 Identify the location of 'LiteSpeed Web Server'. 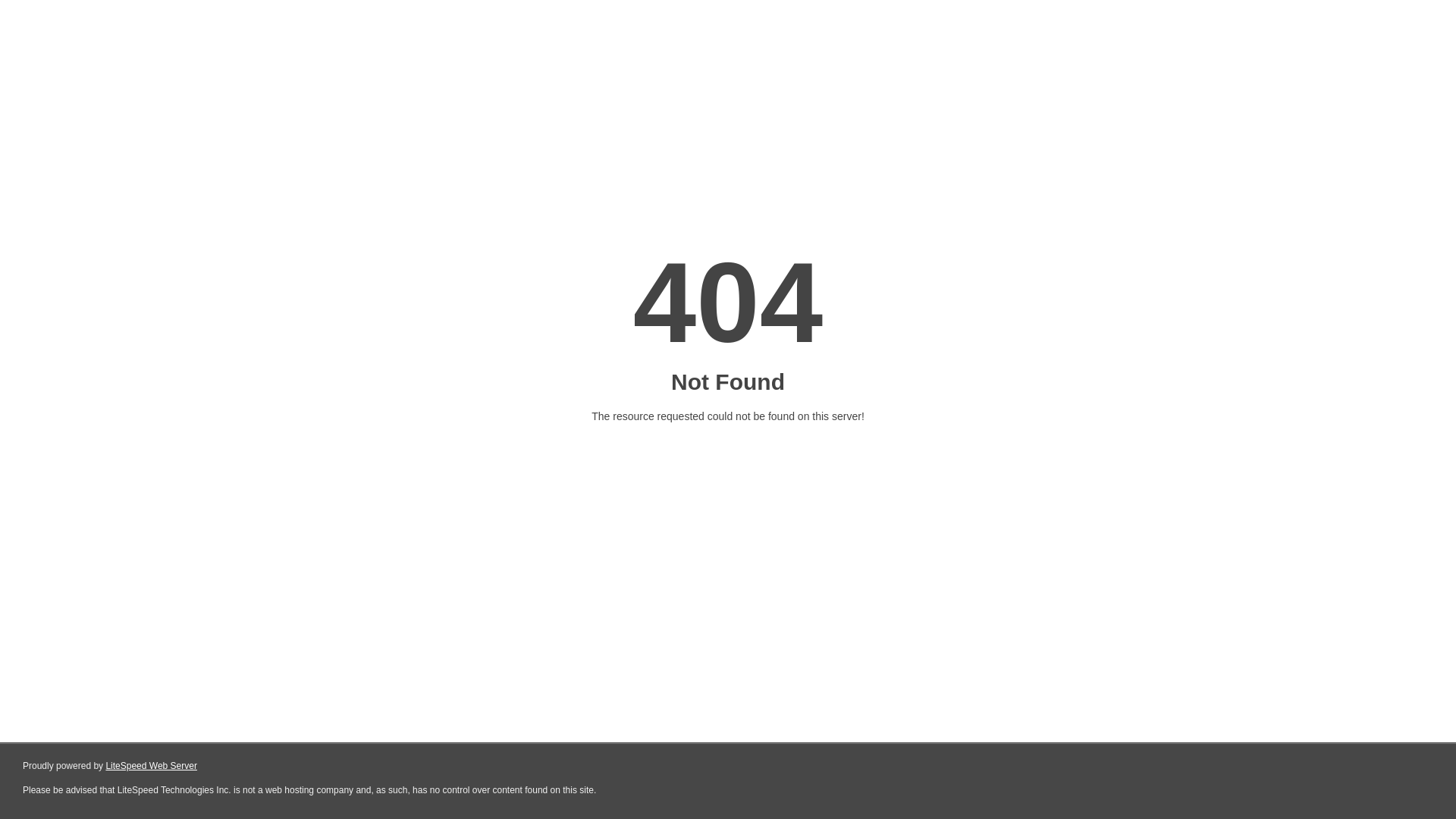
(151, 766).